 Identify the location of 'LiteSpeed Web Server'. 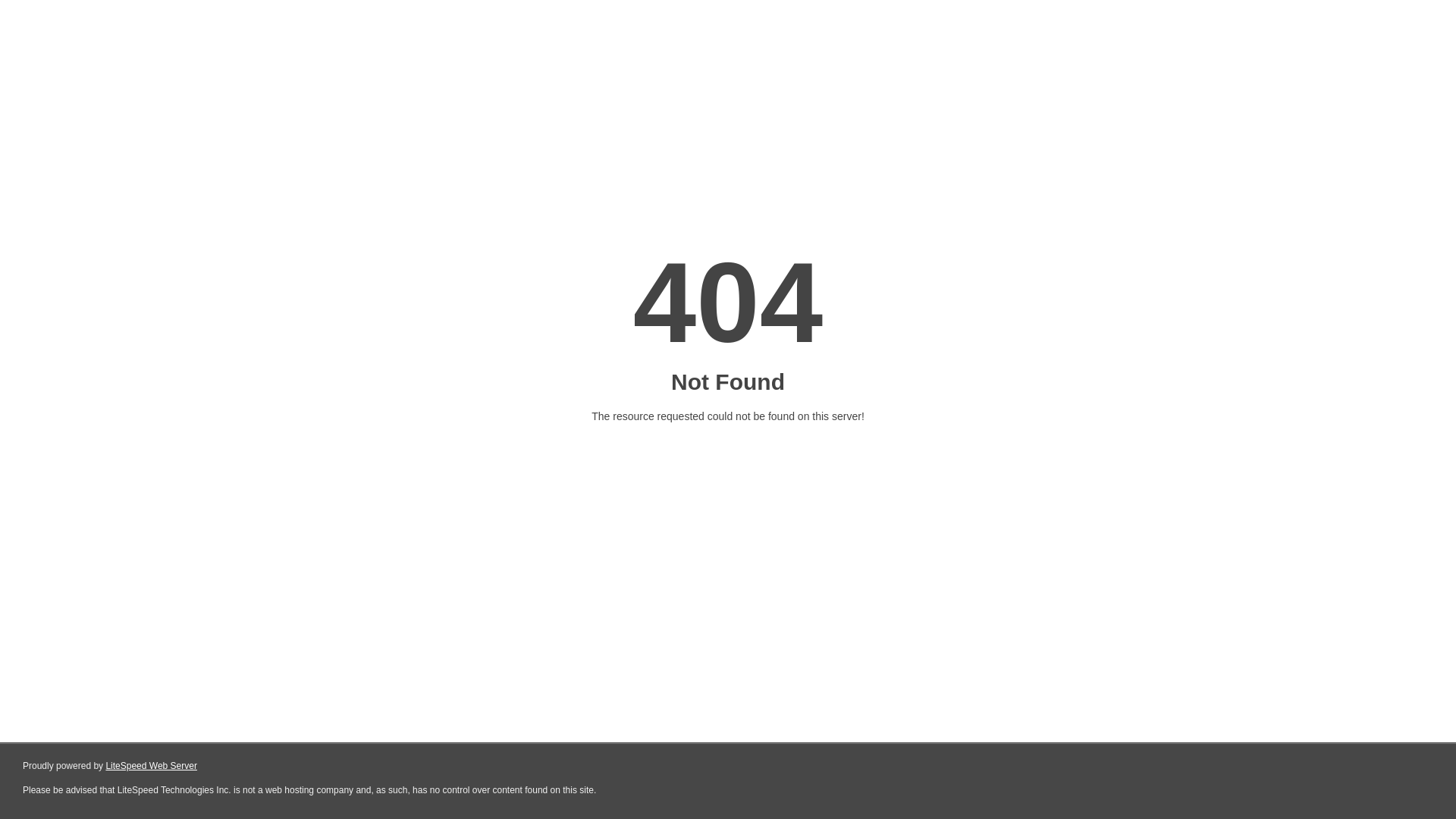
(151, 766).